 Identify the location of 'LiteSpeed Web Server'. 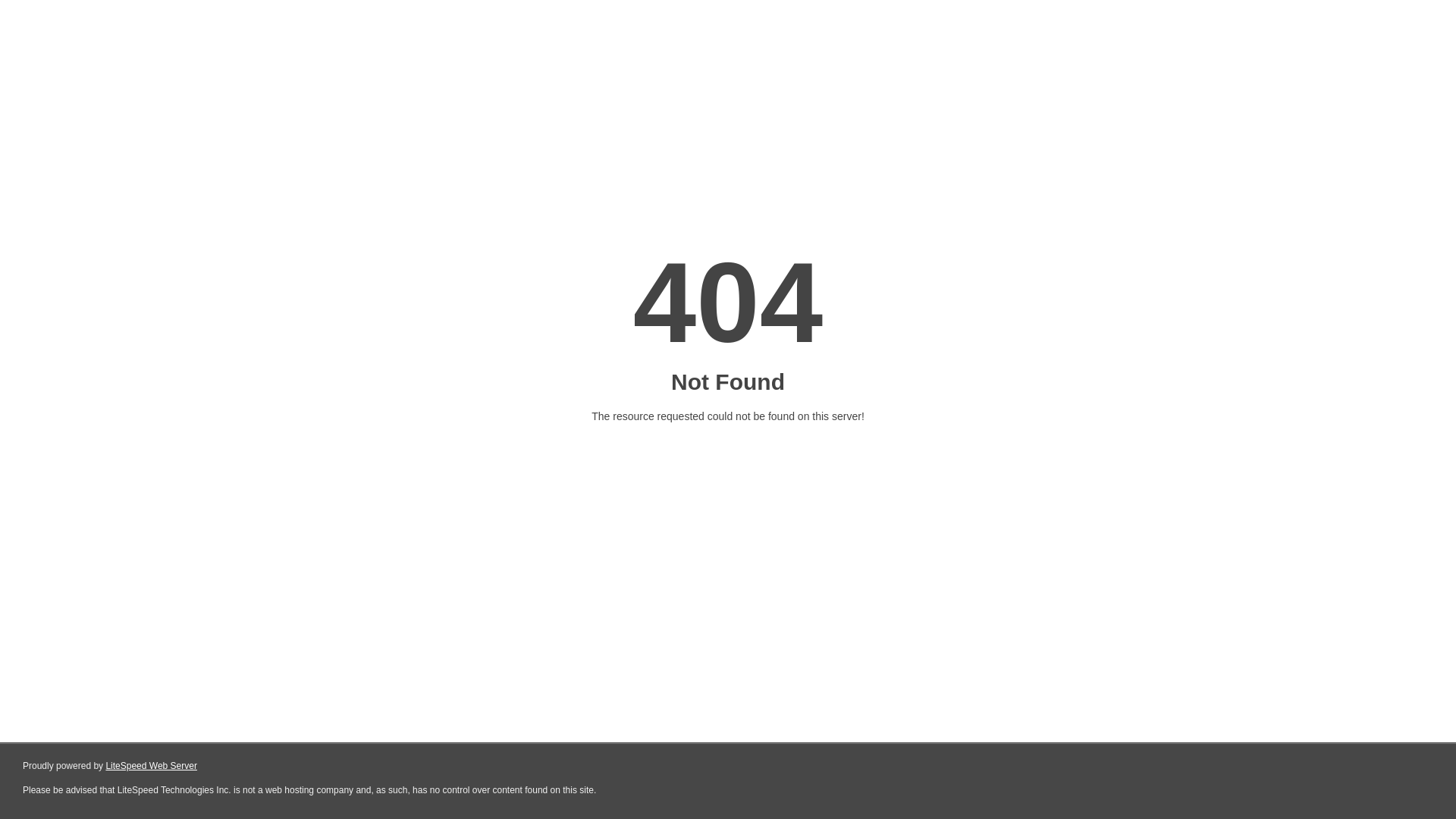
(151, 766).